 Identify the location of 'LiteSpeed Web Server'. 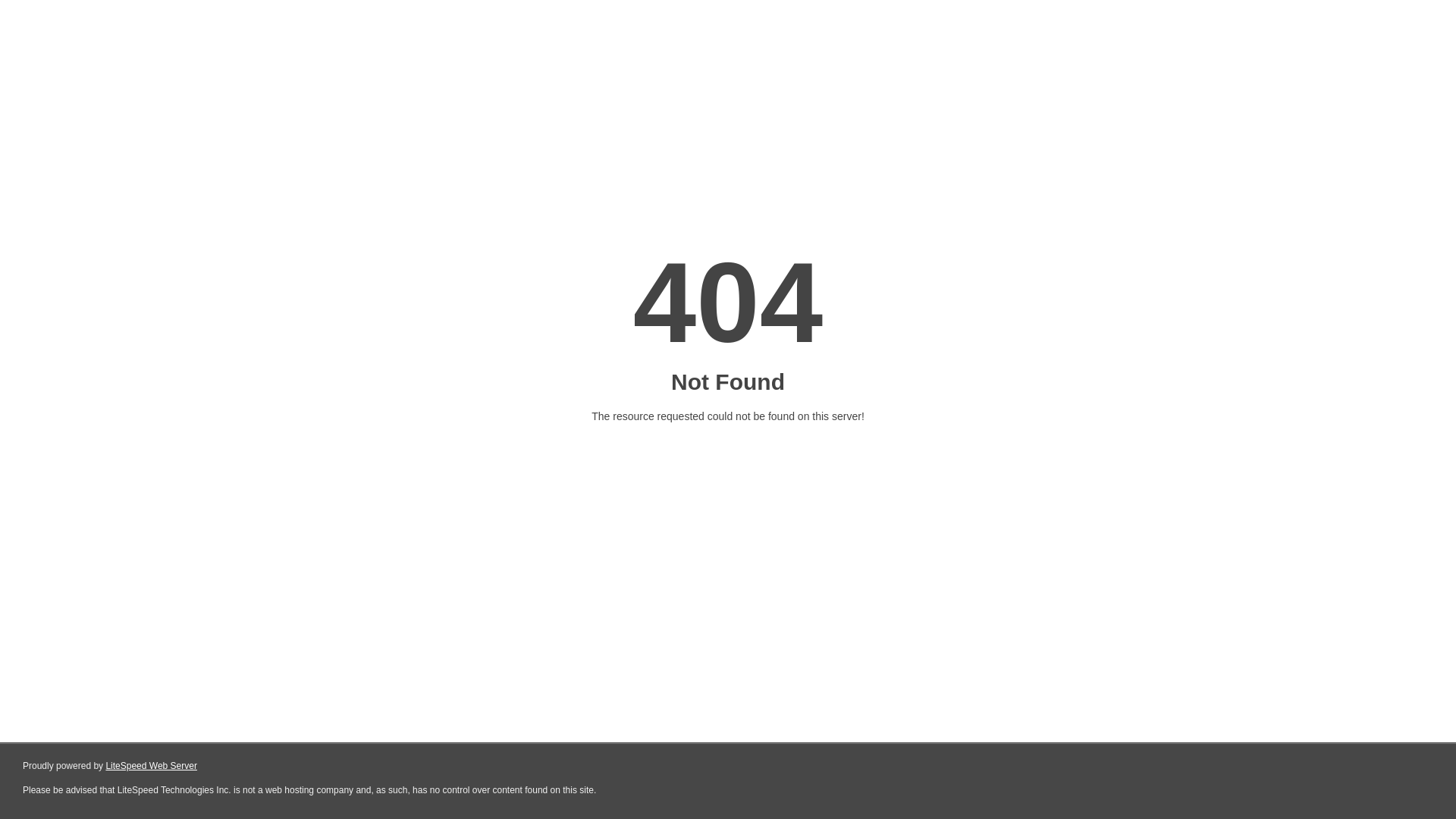
(151, 766).